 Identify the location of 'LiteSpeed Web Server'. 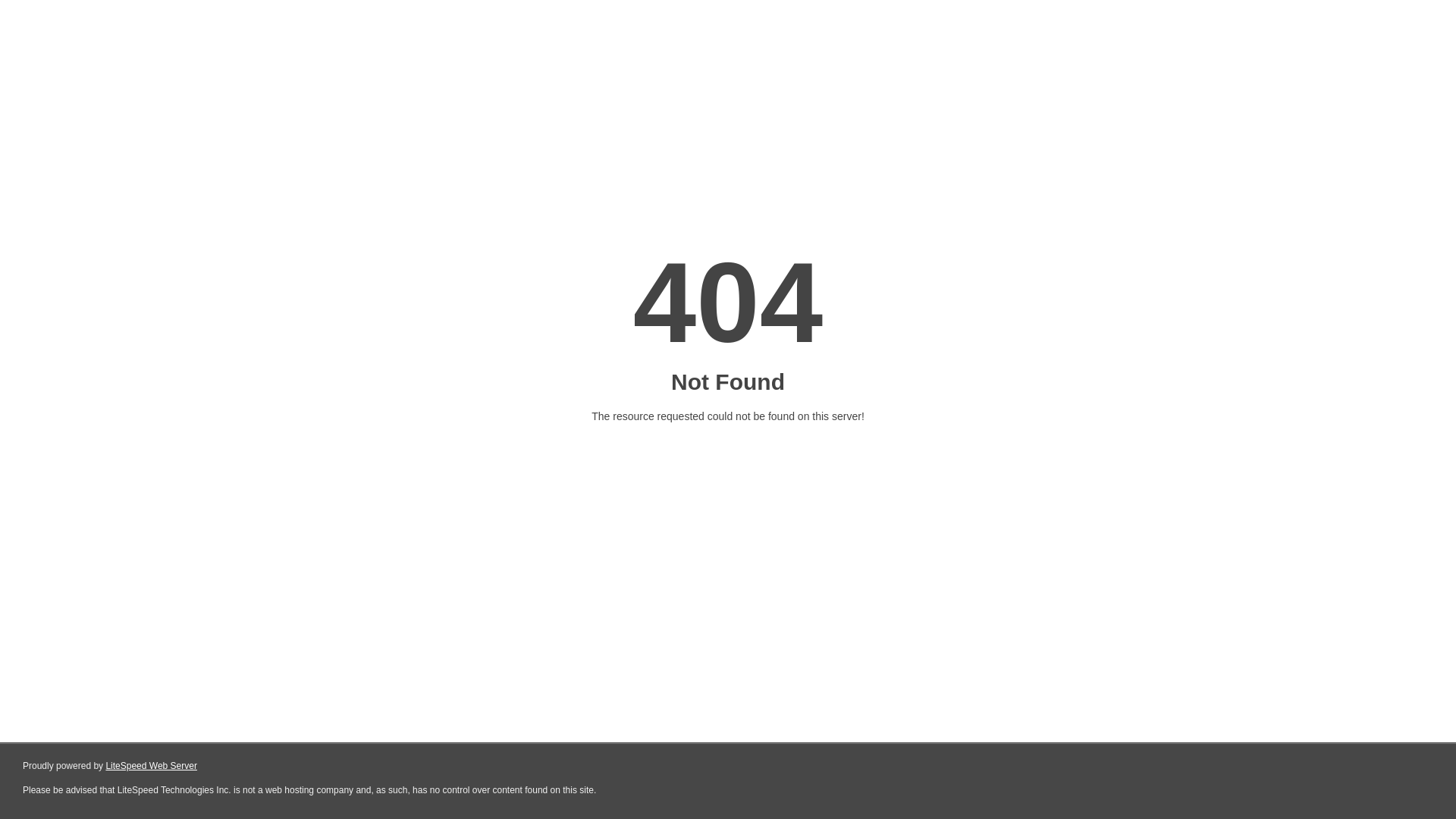
(151, 766).